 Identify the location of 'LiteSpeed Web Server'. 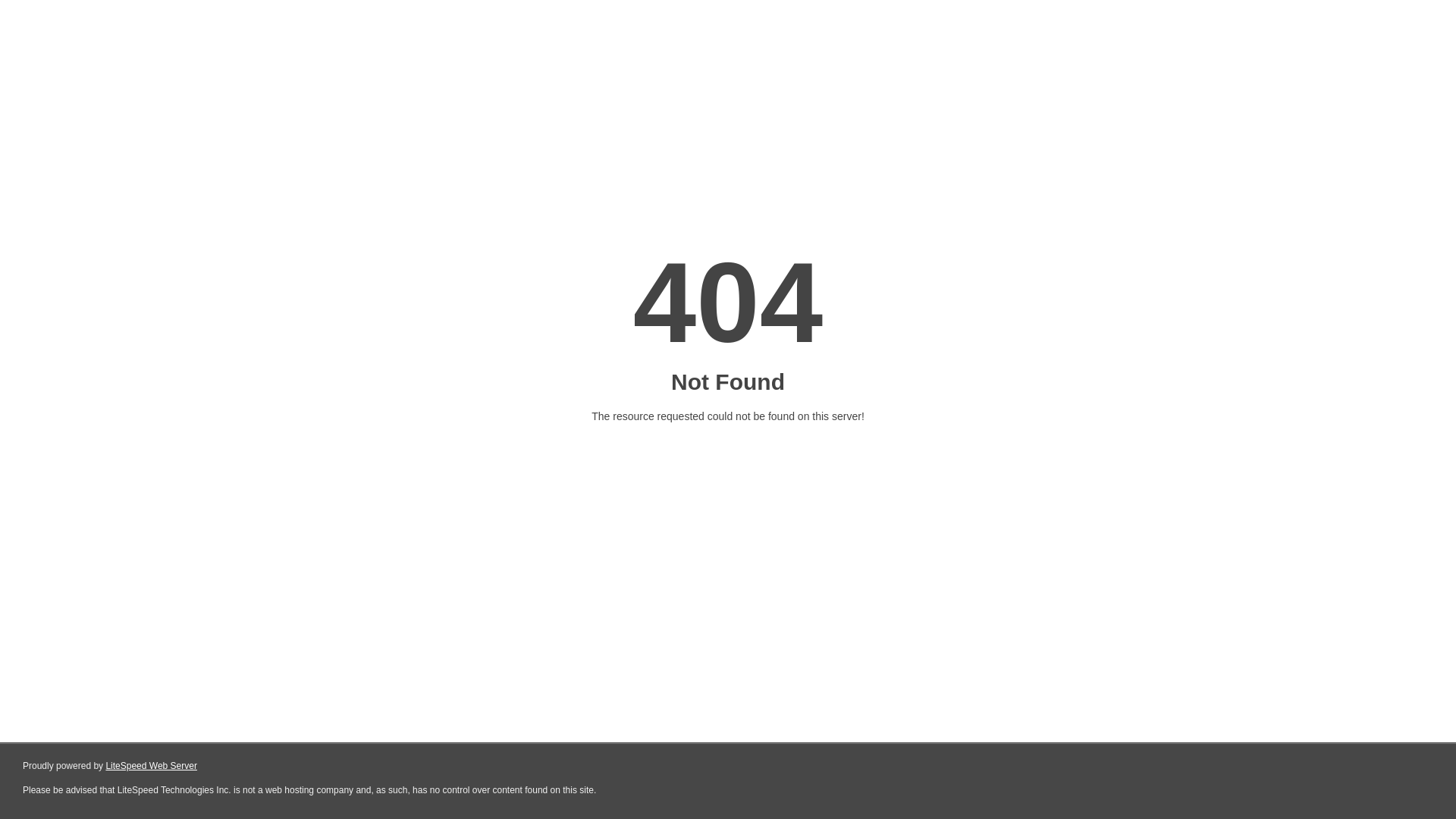
(151, 766).